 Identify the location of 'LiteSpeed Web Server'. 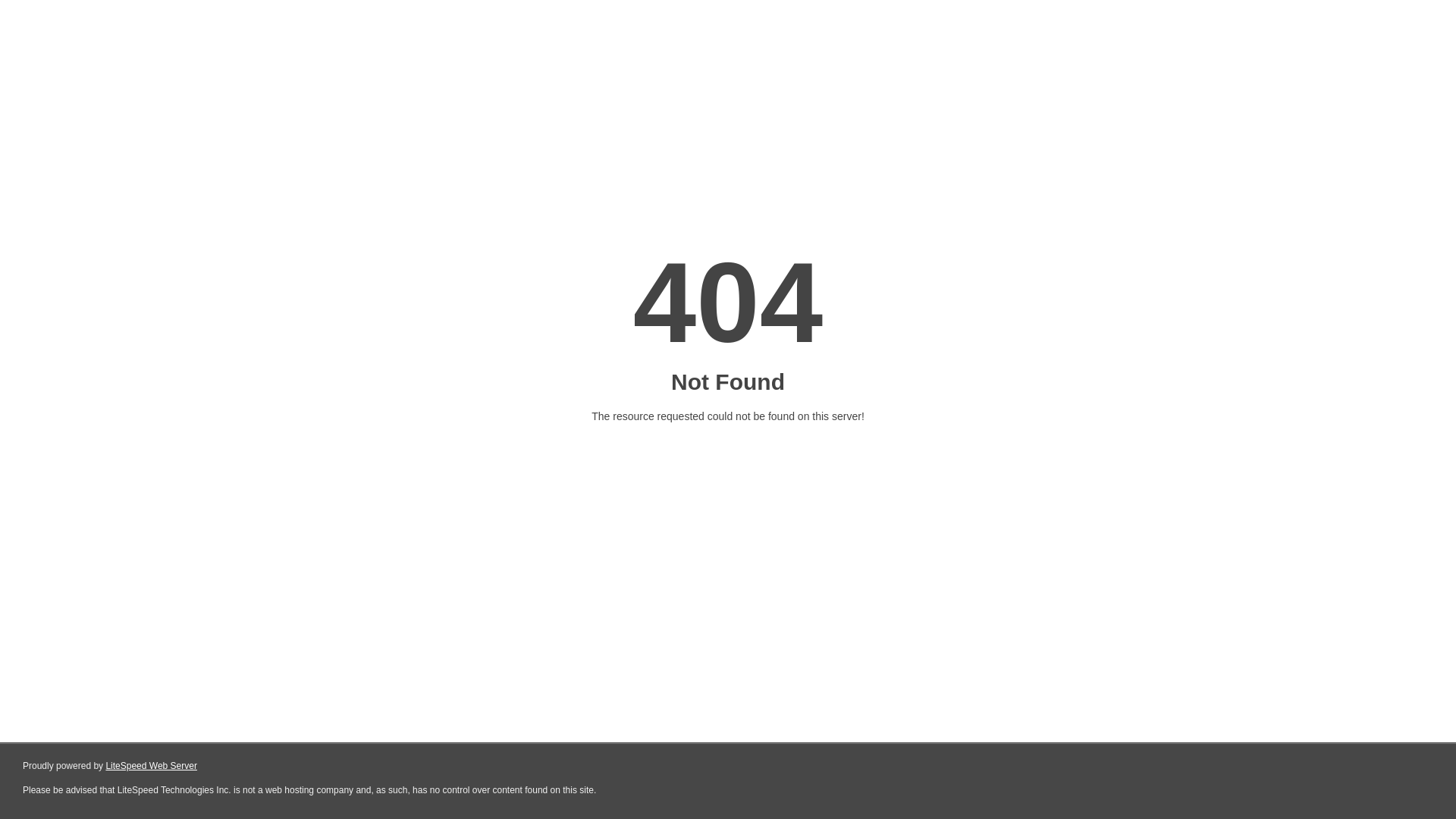
(151, 766).